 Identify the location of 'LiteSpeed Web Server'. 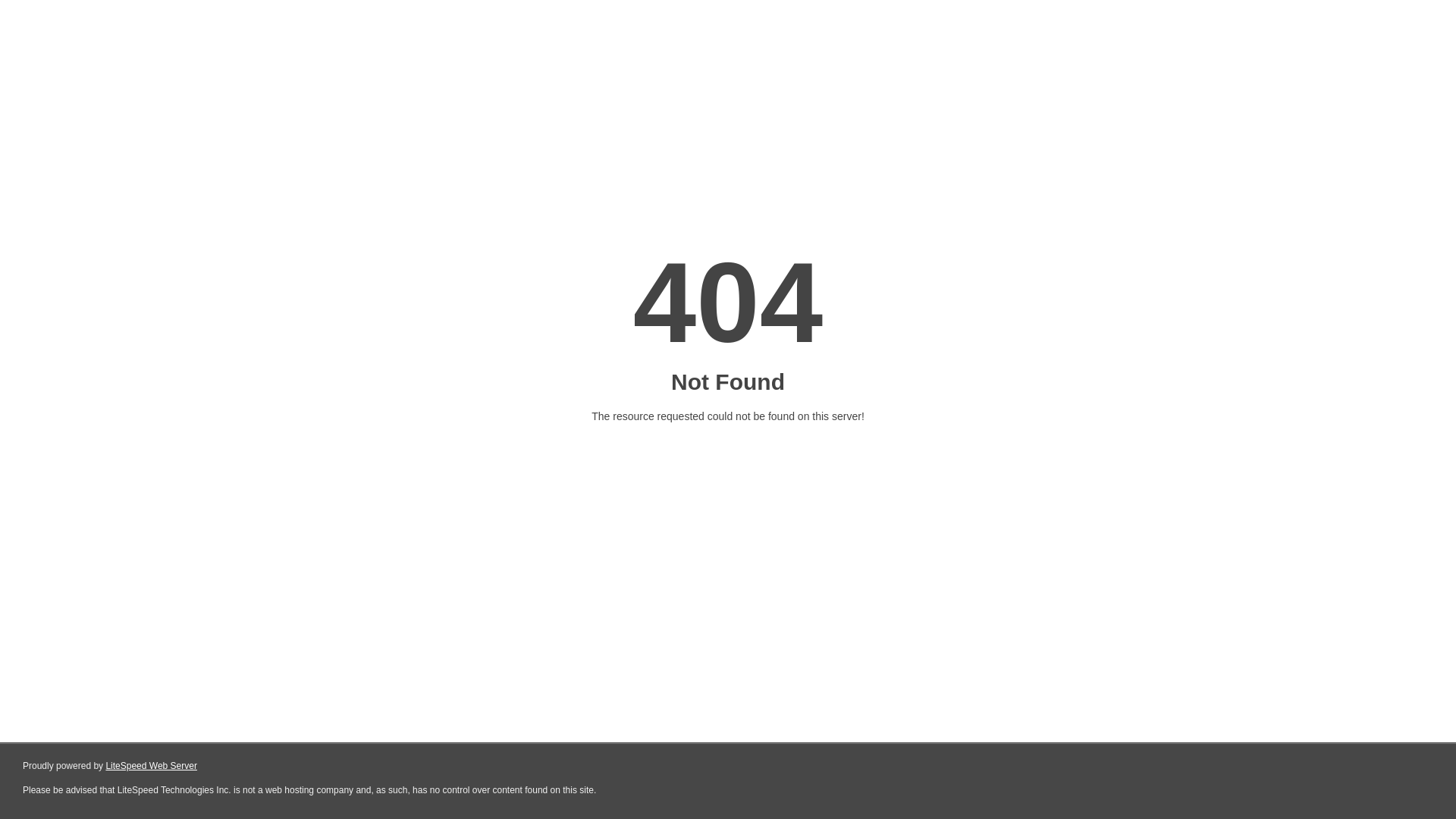
(151, 766).